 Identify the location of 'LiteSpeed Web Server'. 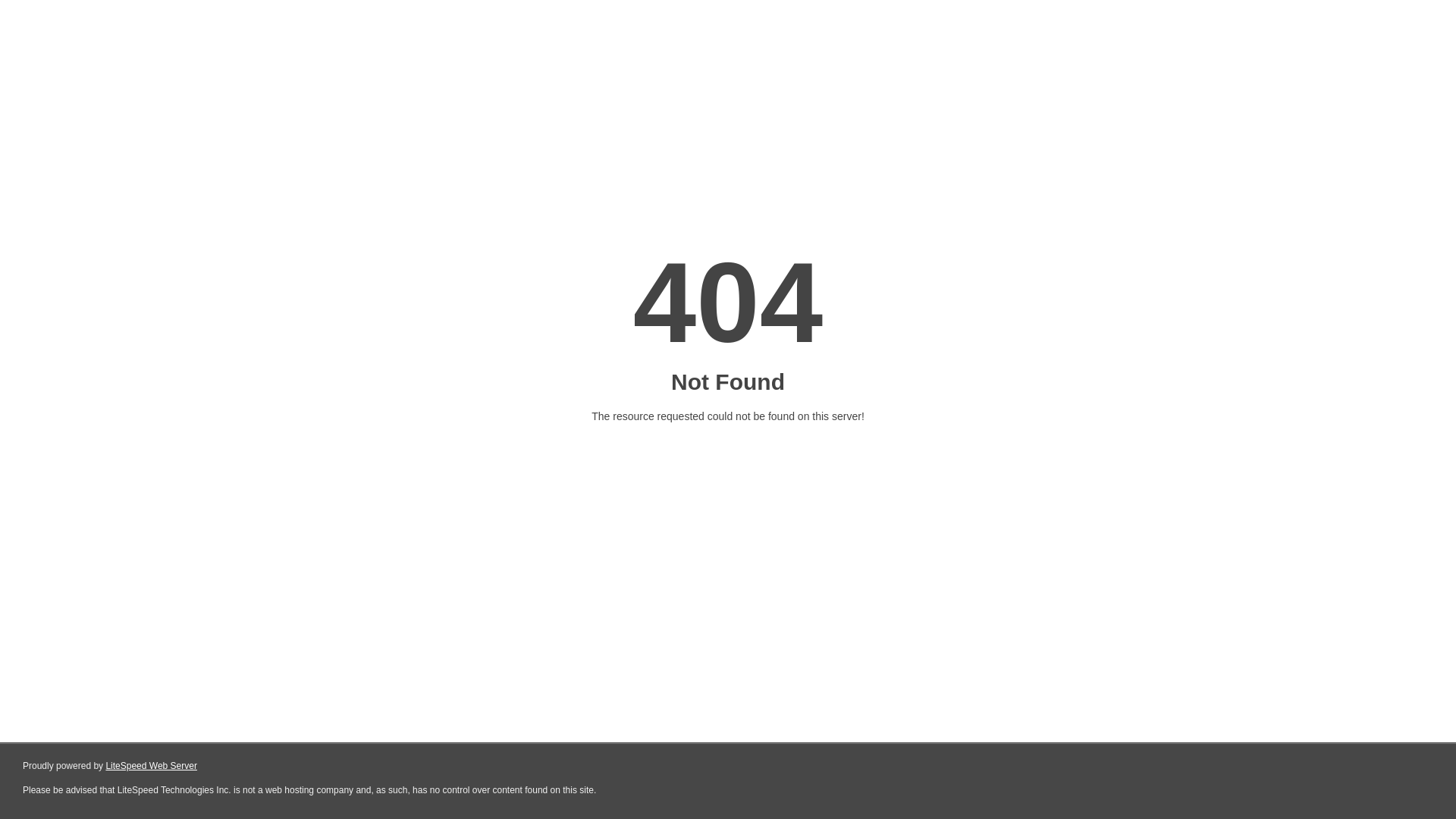
(151, 766).